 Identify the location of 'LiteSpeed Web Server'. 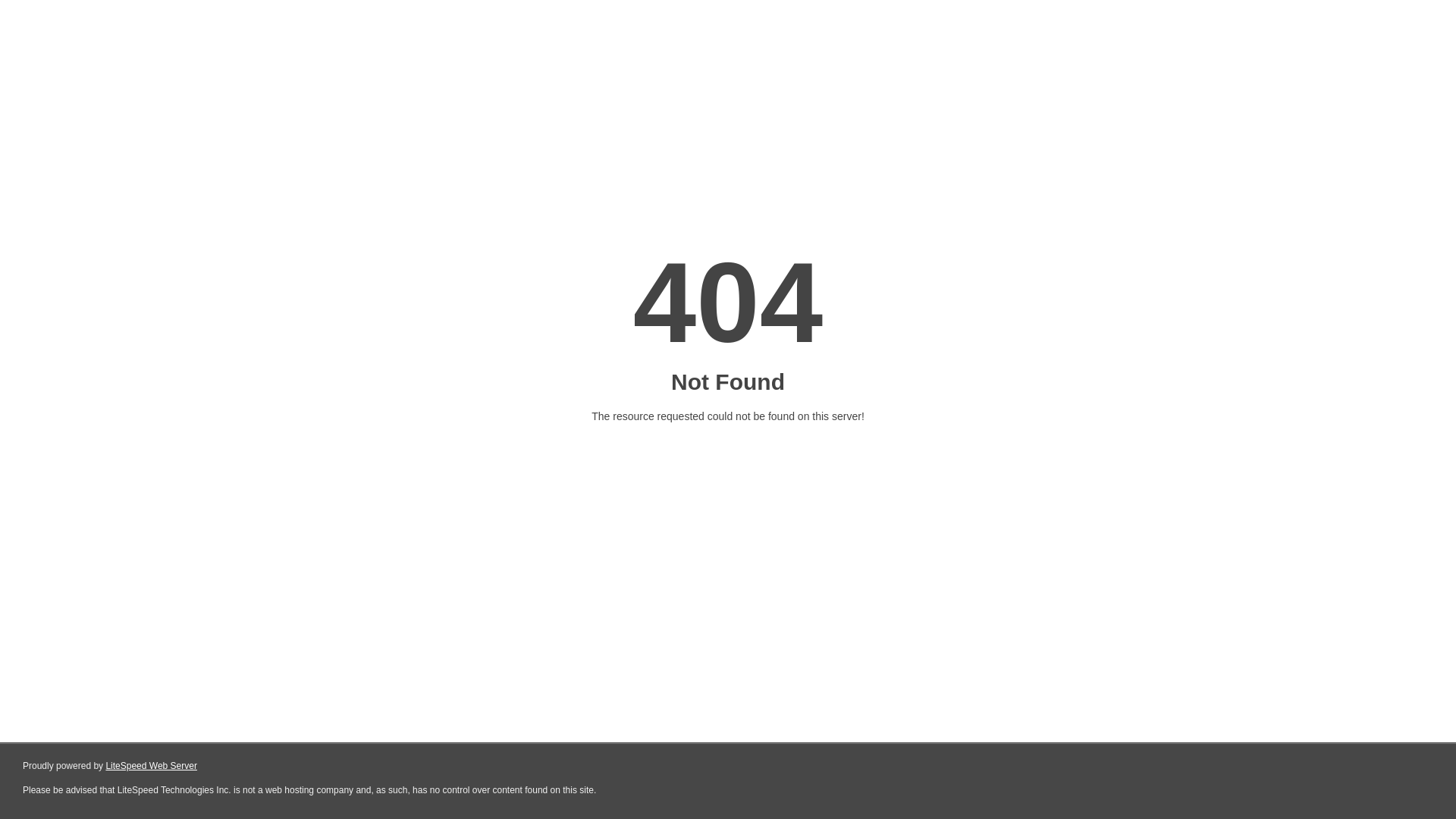
(151, 766).